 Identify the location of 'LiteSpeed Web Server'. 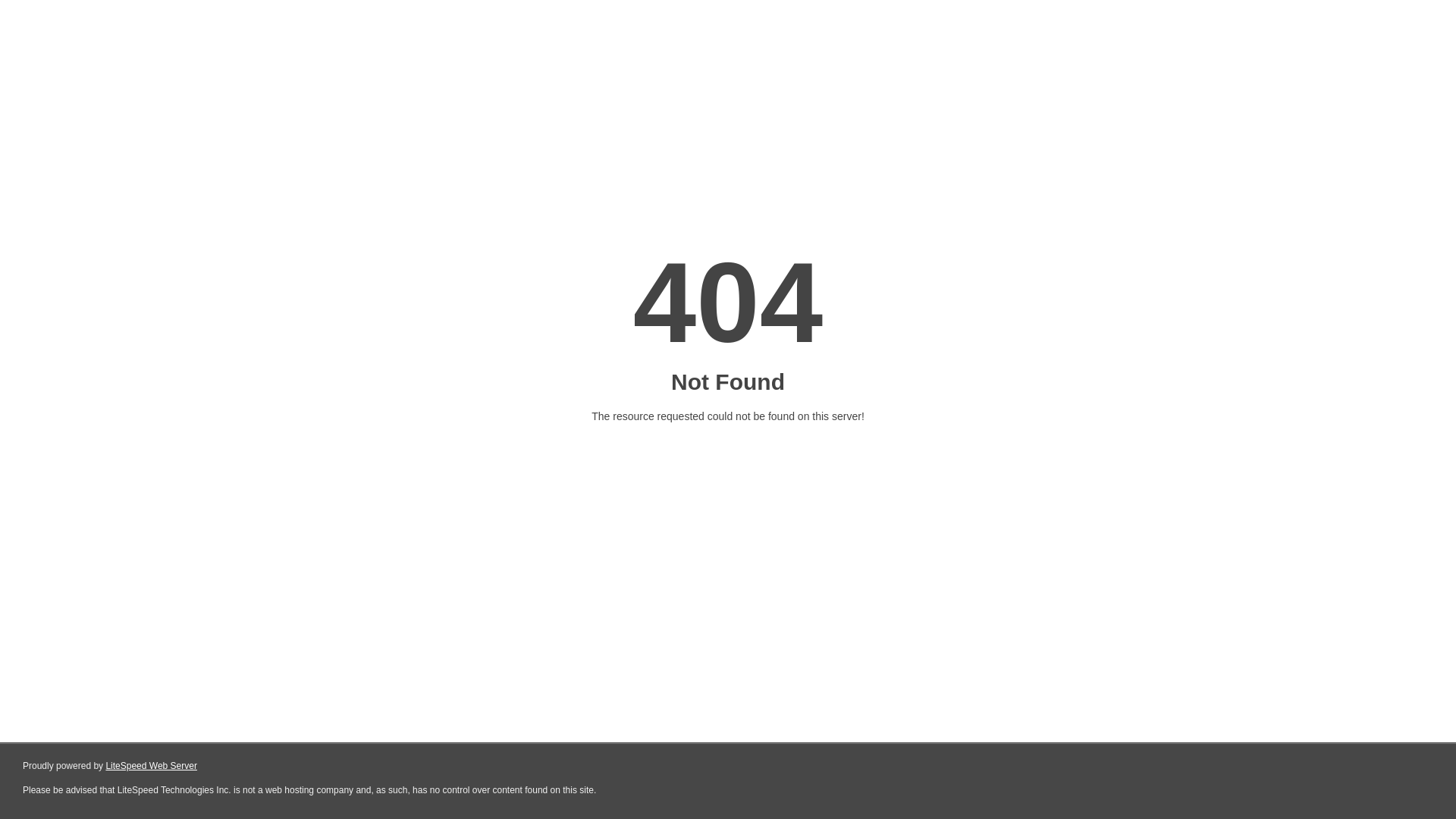
(151, 766).